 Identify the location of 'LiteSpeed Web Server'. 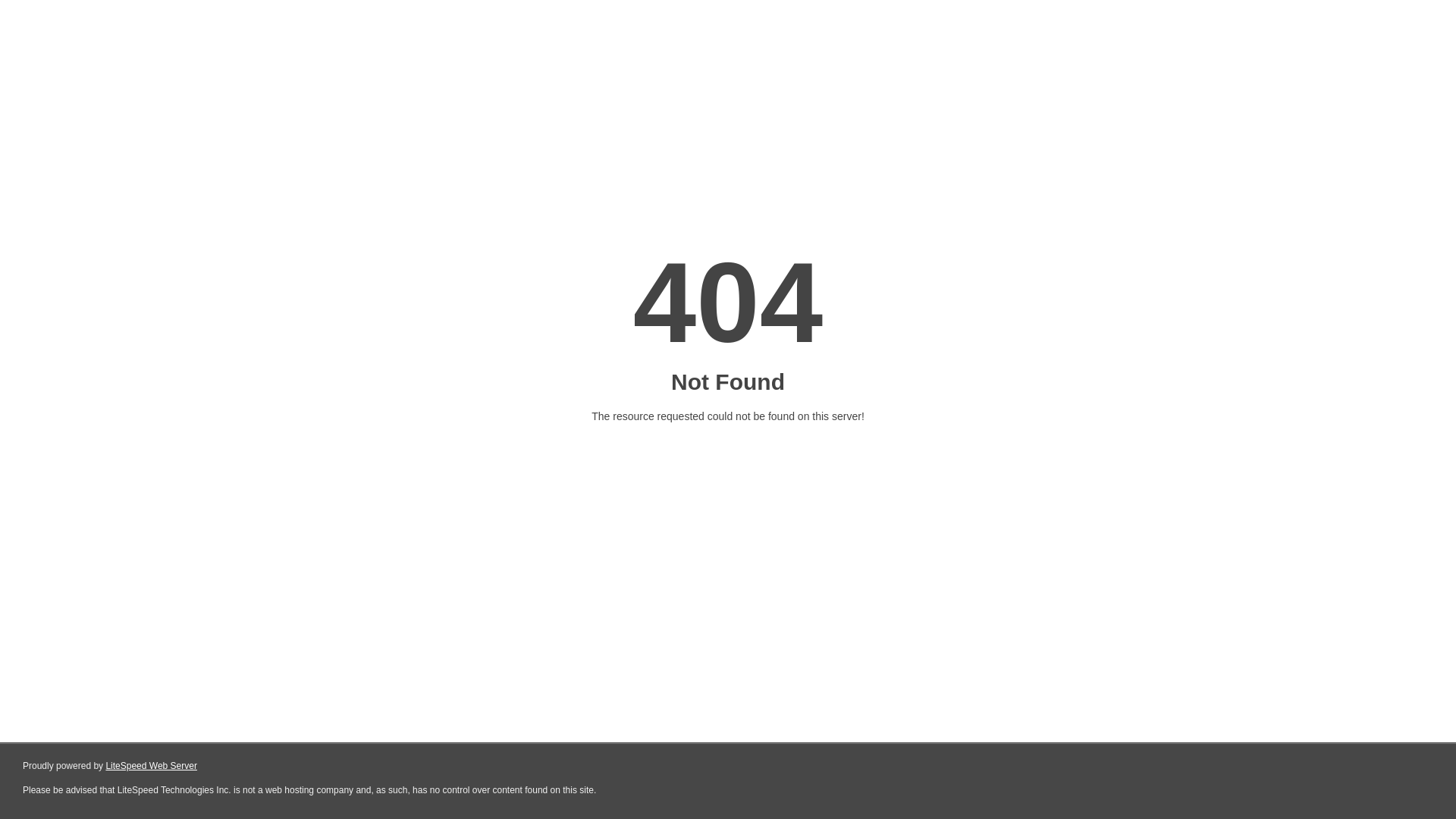
(151, 766).